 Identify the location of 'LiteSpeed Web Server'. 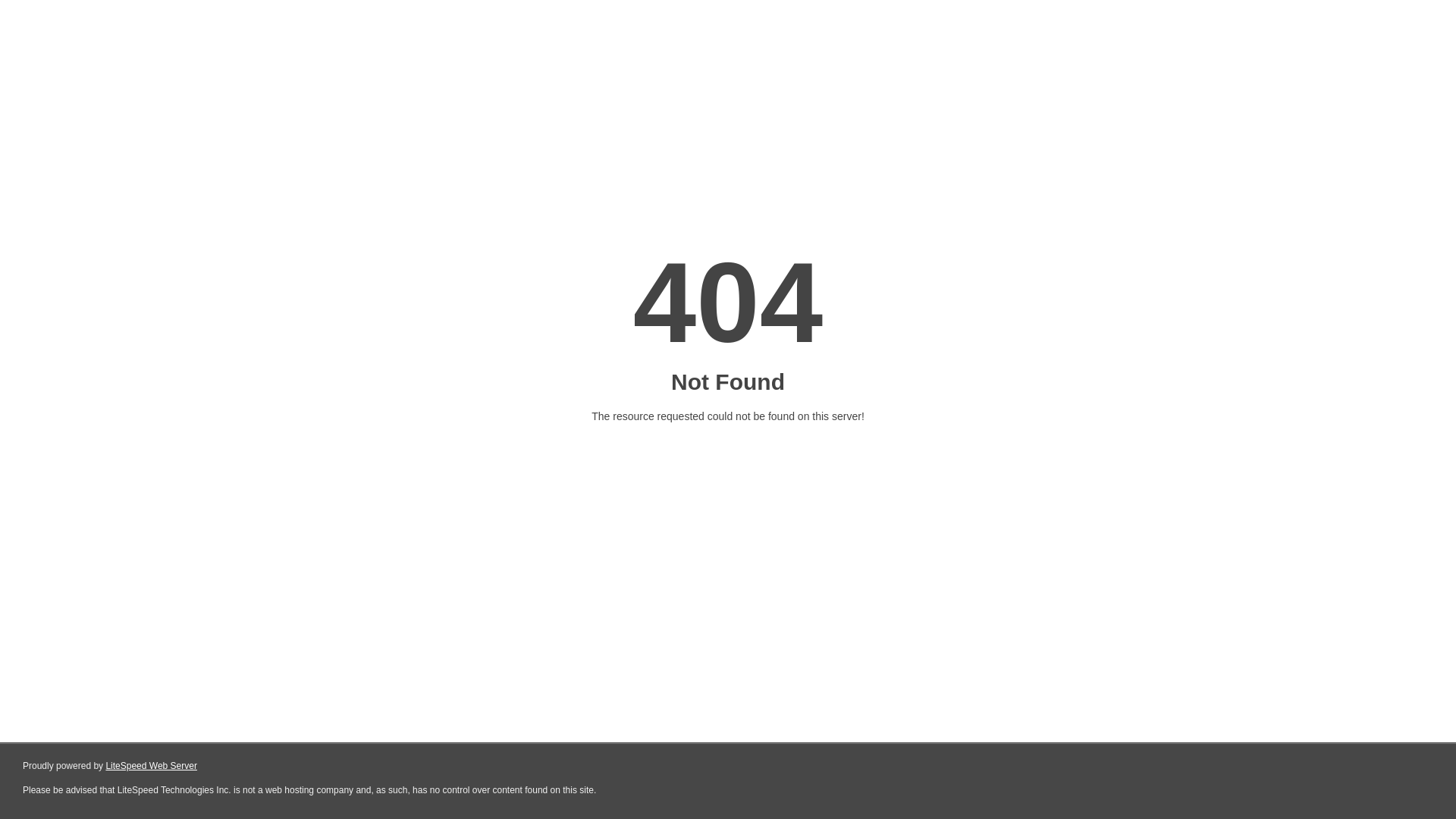
(151, 766).